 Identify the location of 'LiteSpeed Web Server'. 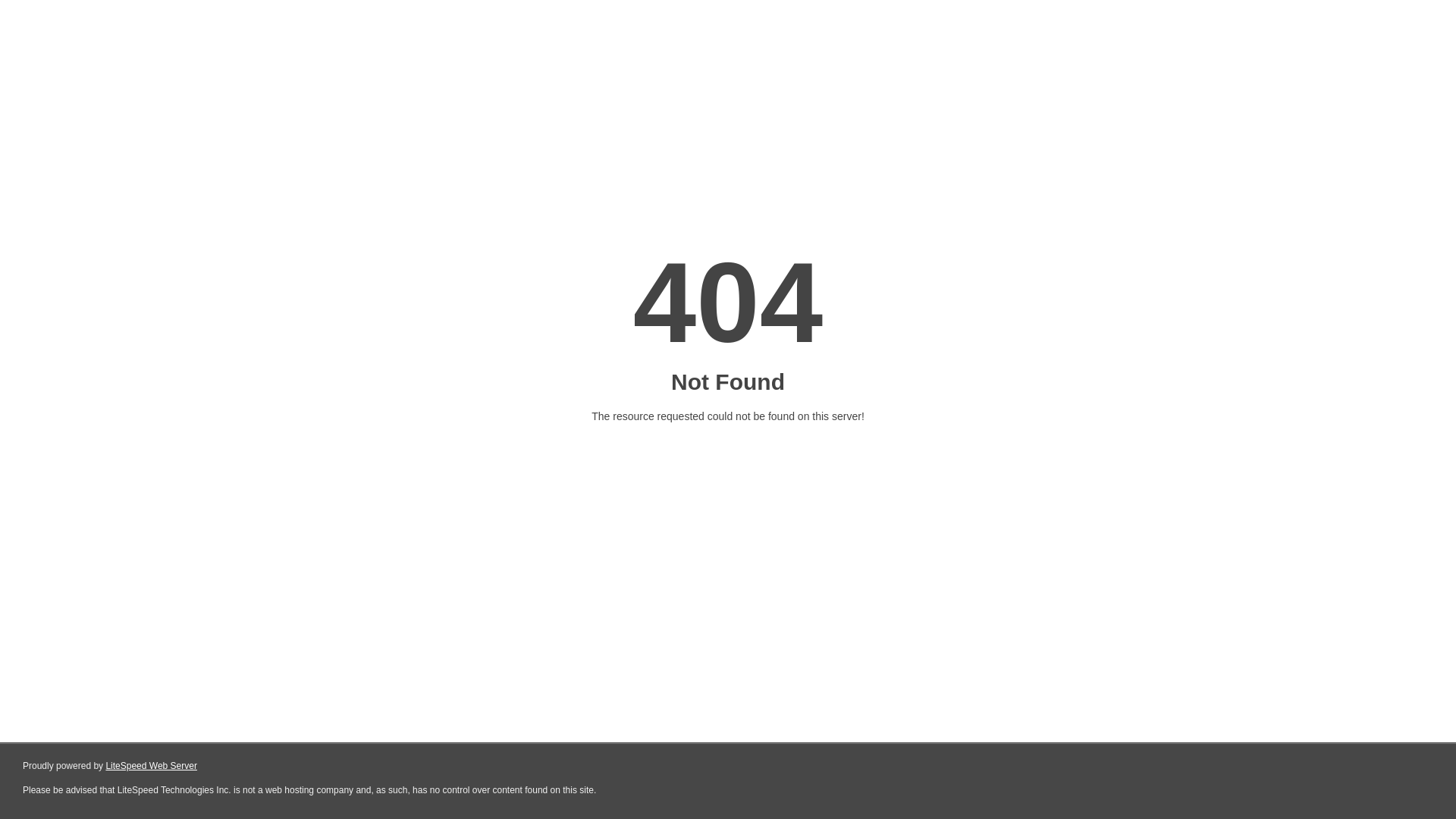
(151, 766).